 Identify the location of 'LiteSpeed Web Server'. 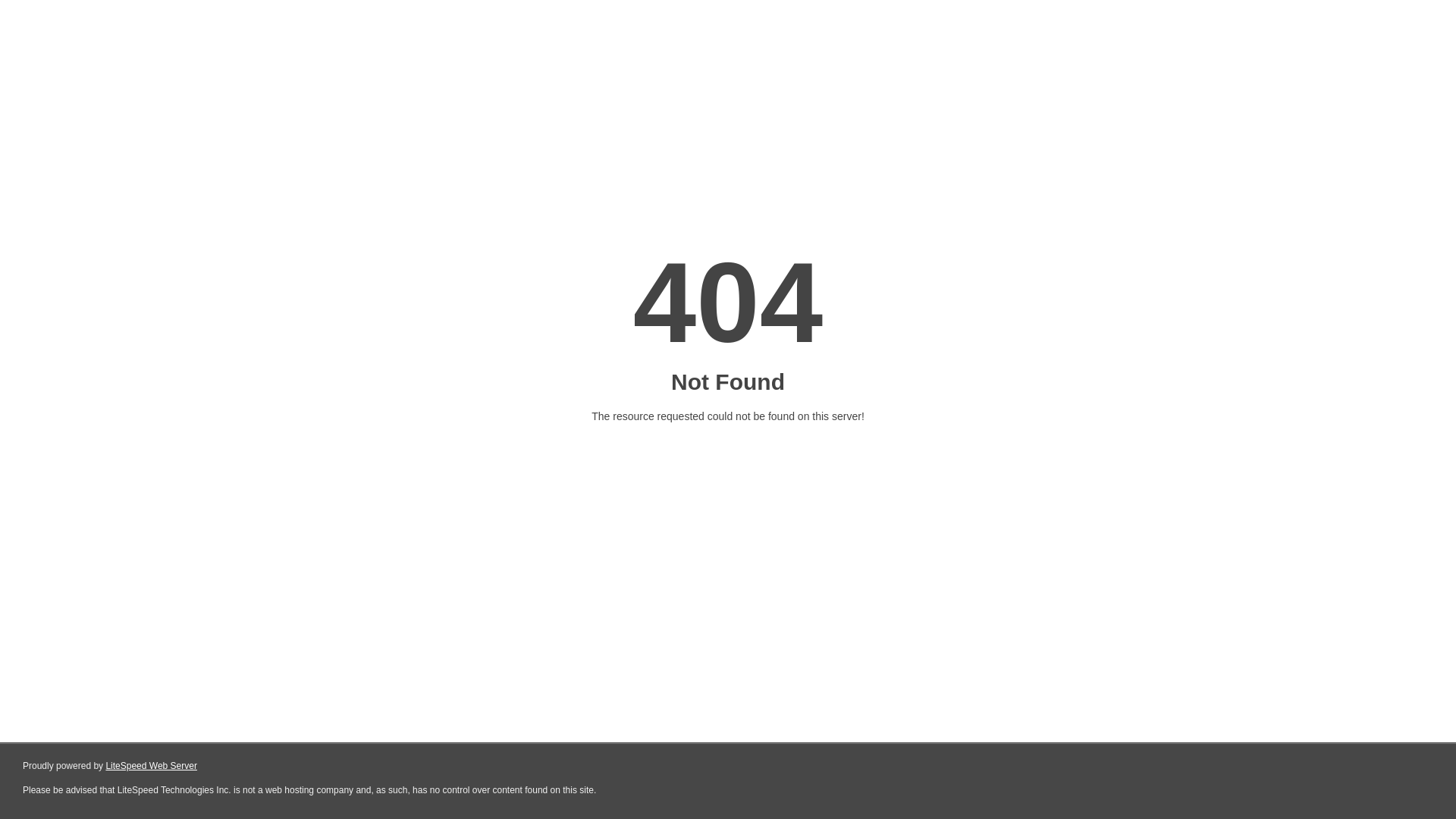
(151, 766).